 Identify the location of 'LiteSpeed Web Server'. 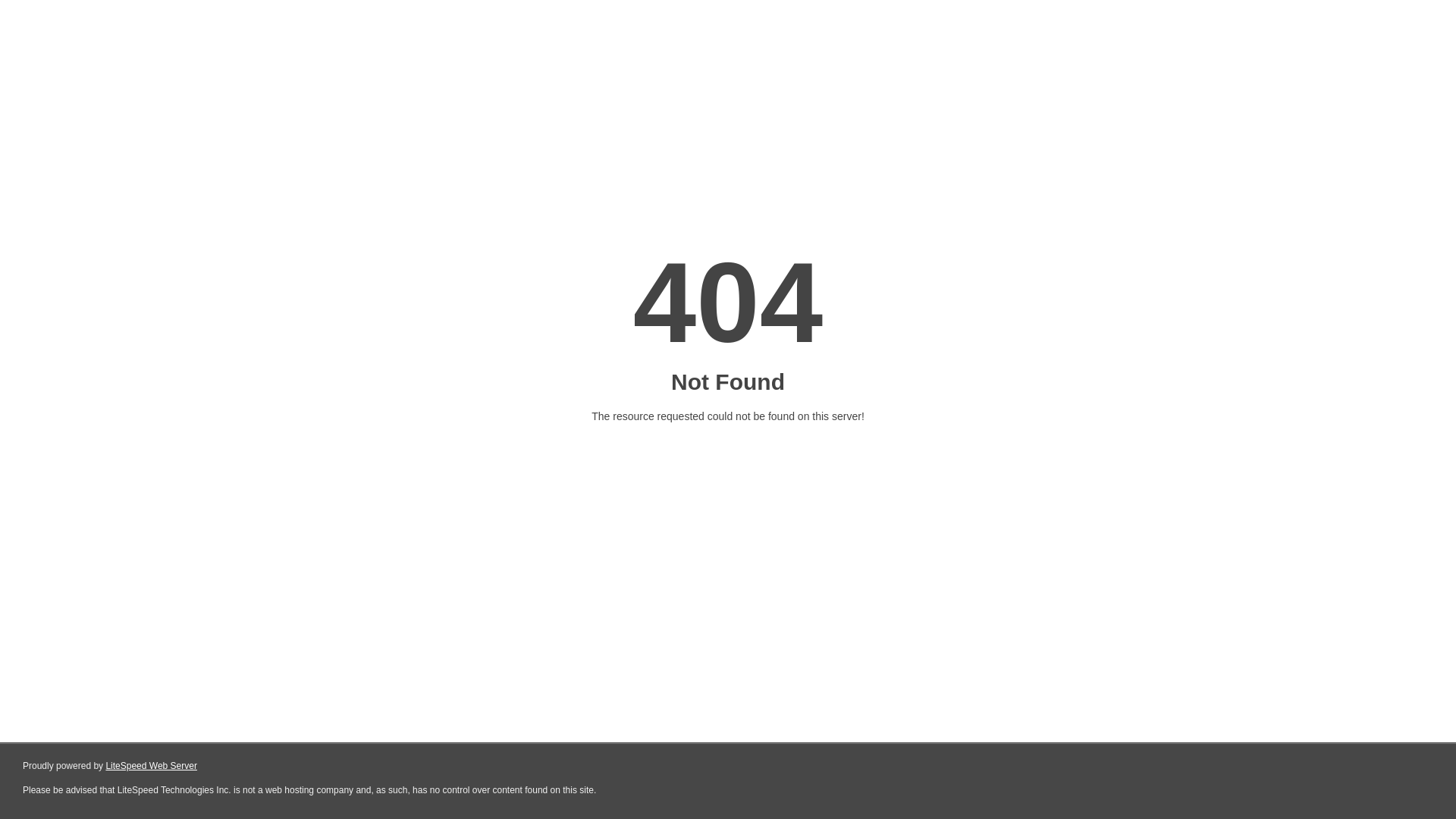
(151, 766).